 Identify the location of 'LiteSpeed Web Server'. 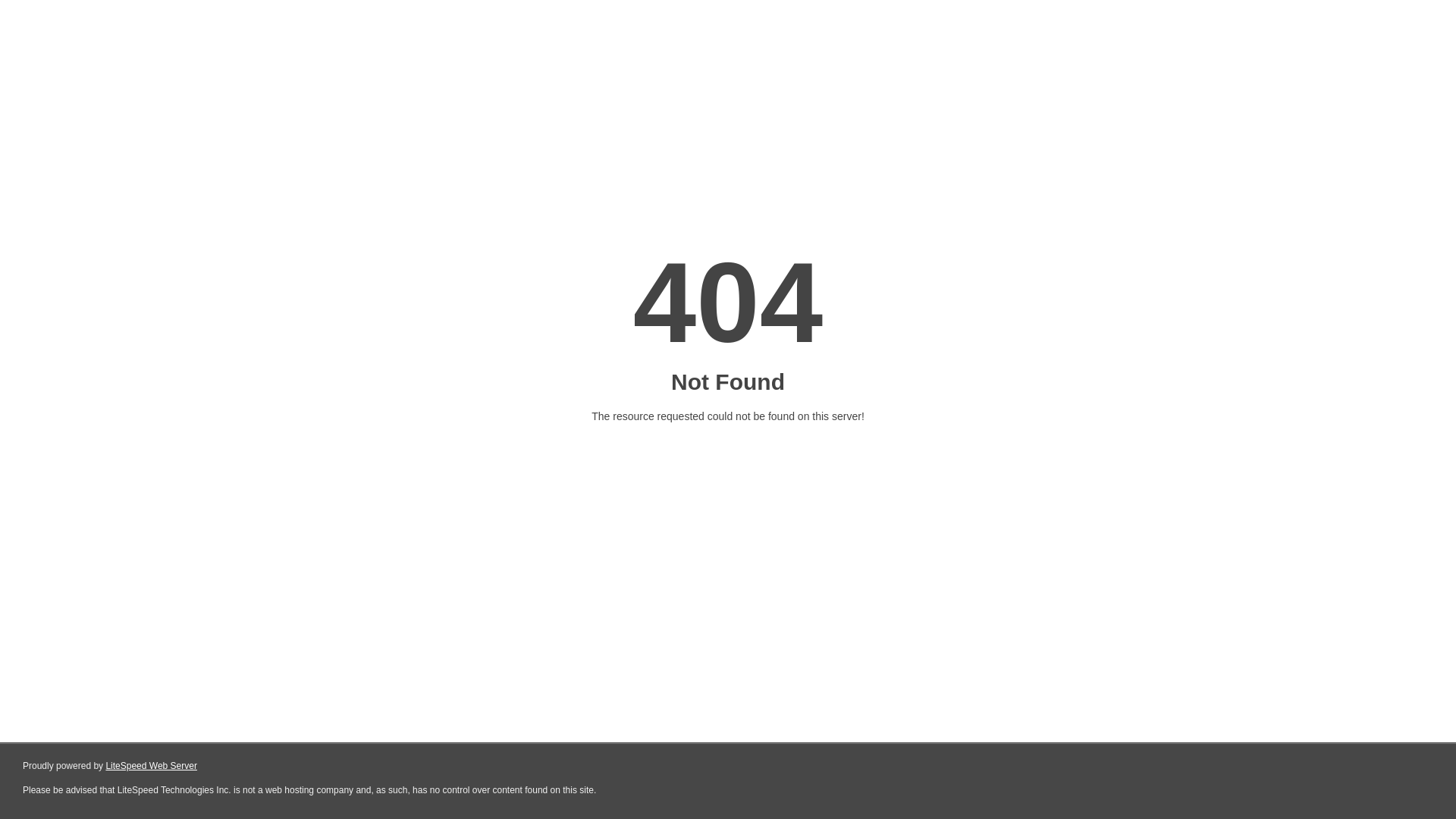
(151, 766).